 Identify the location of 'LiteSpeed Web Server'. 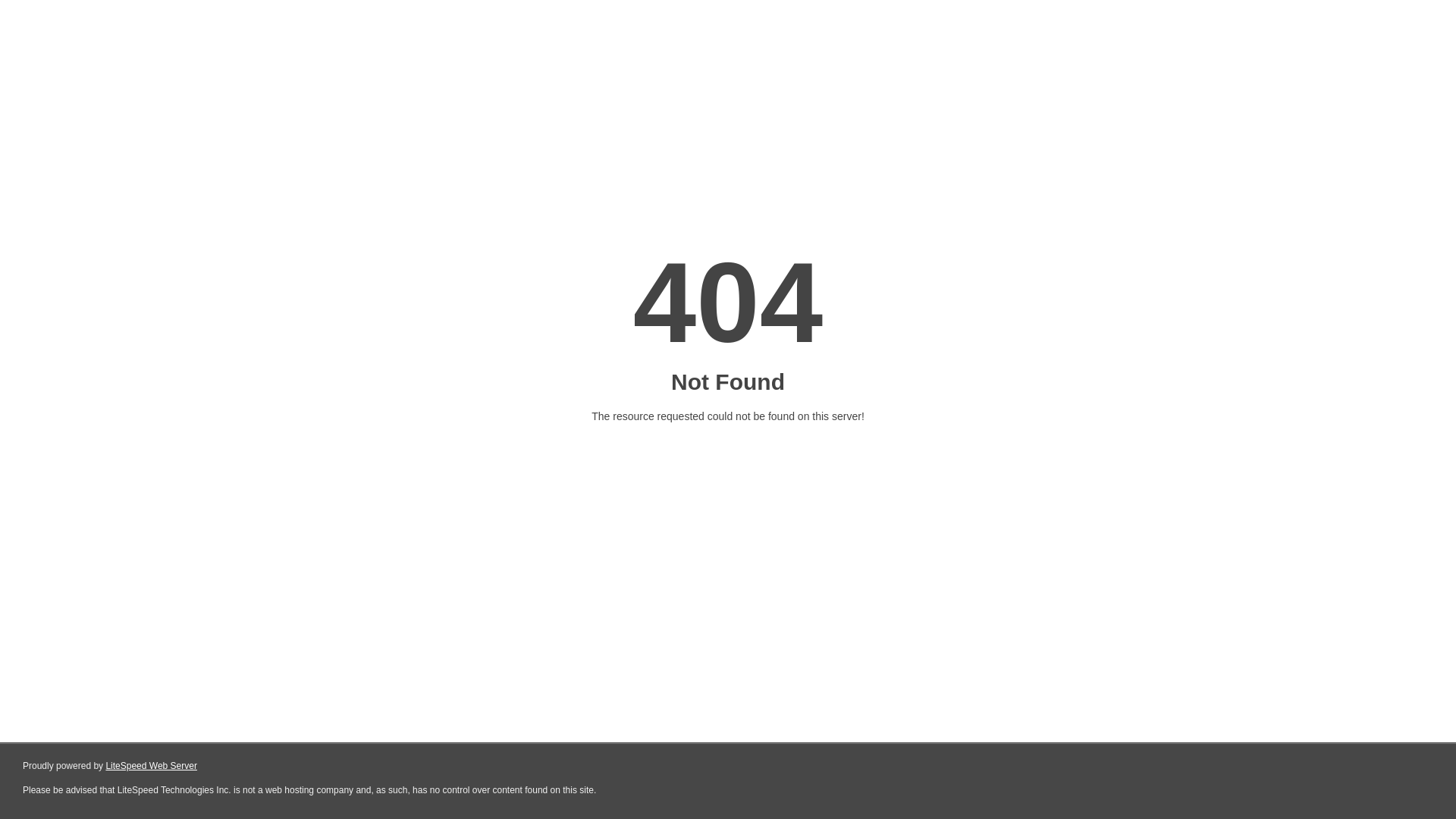
(151, 766).